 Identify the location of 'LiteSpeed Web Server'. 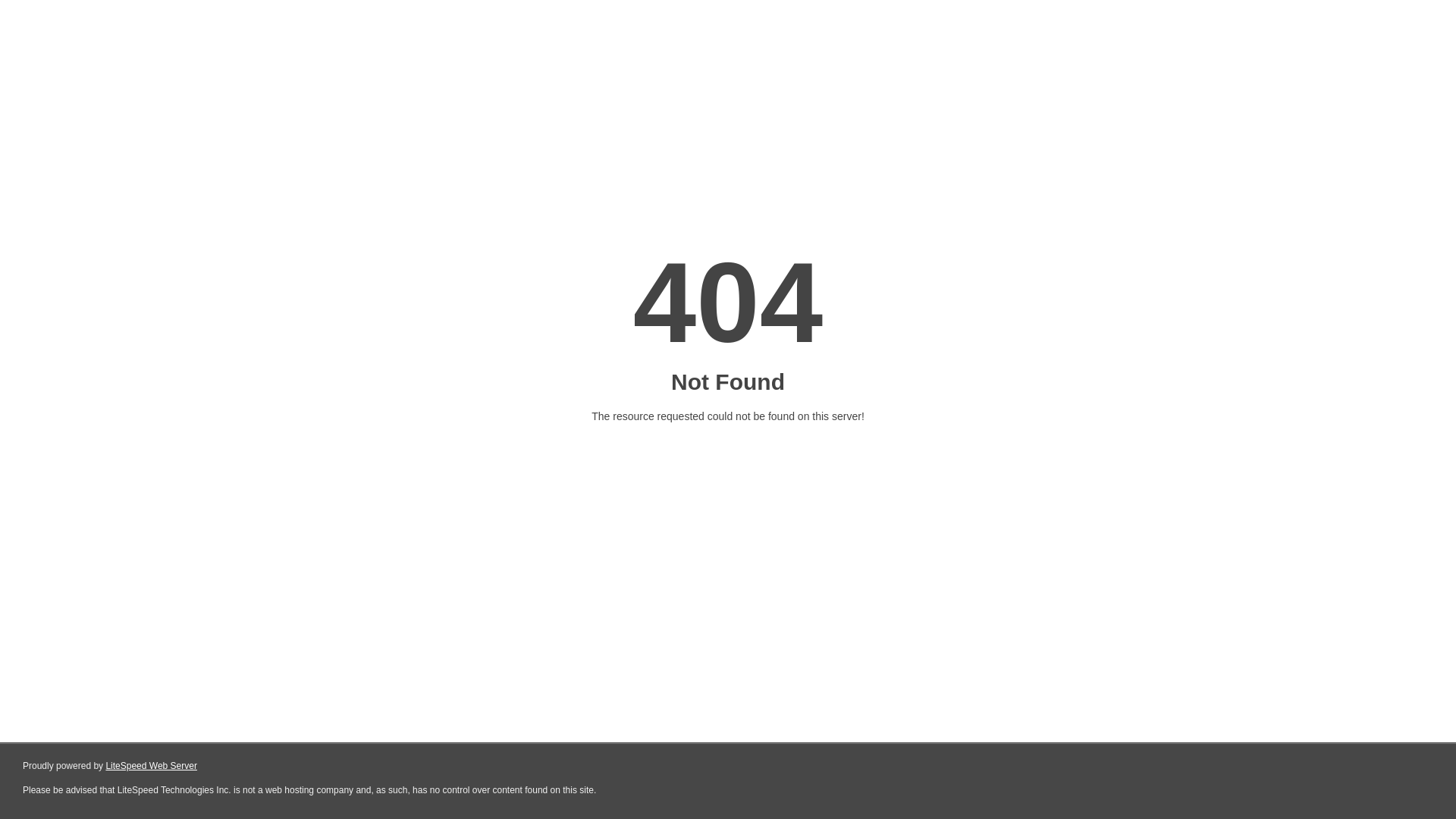
(151, 766).